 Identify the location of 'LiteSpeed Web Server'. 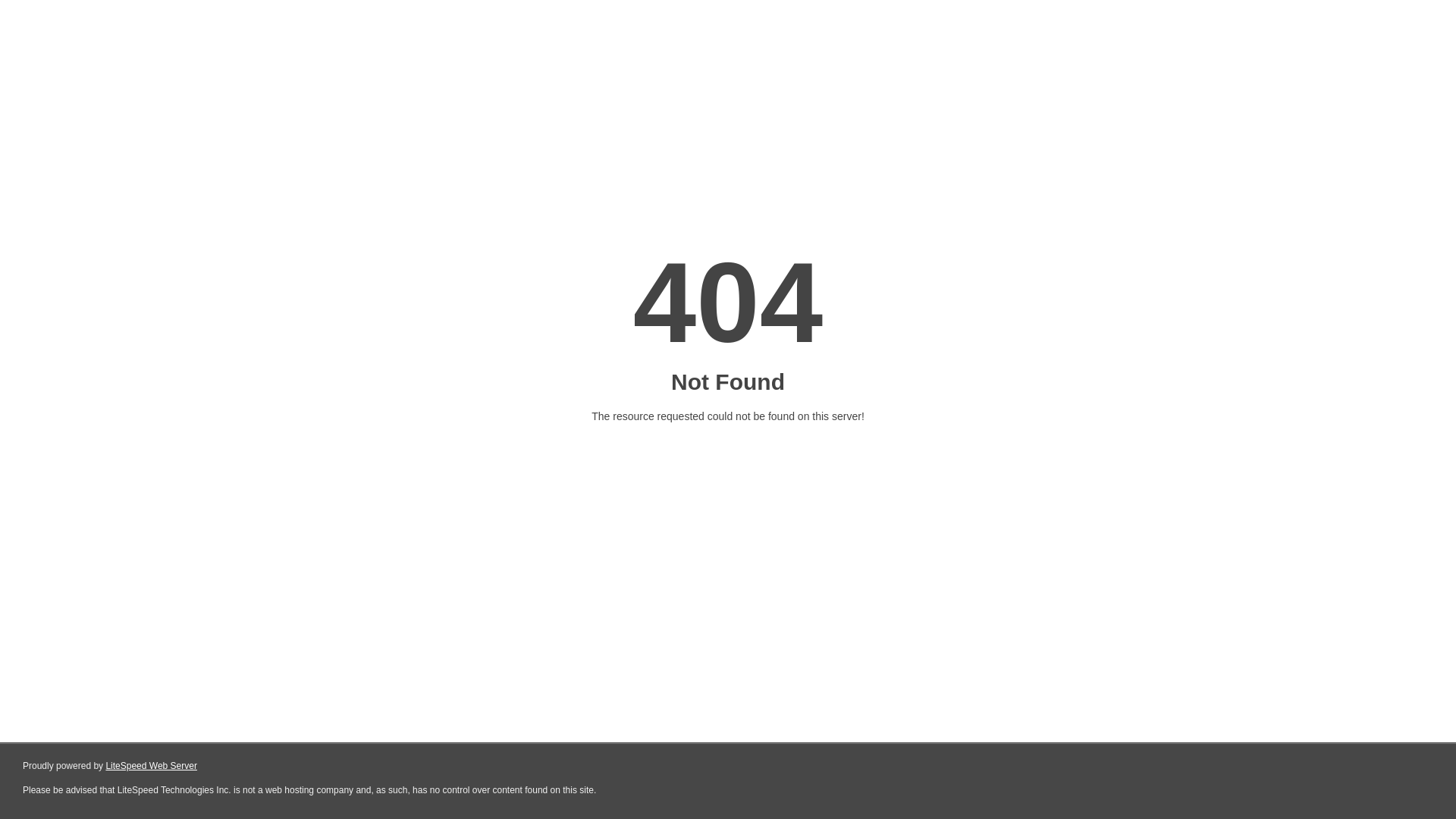
(151, 766).